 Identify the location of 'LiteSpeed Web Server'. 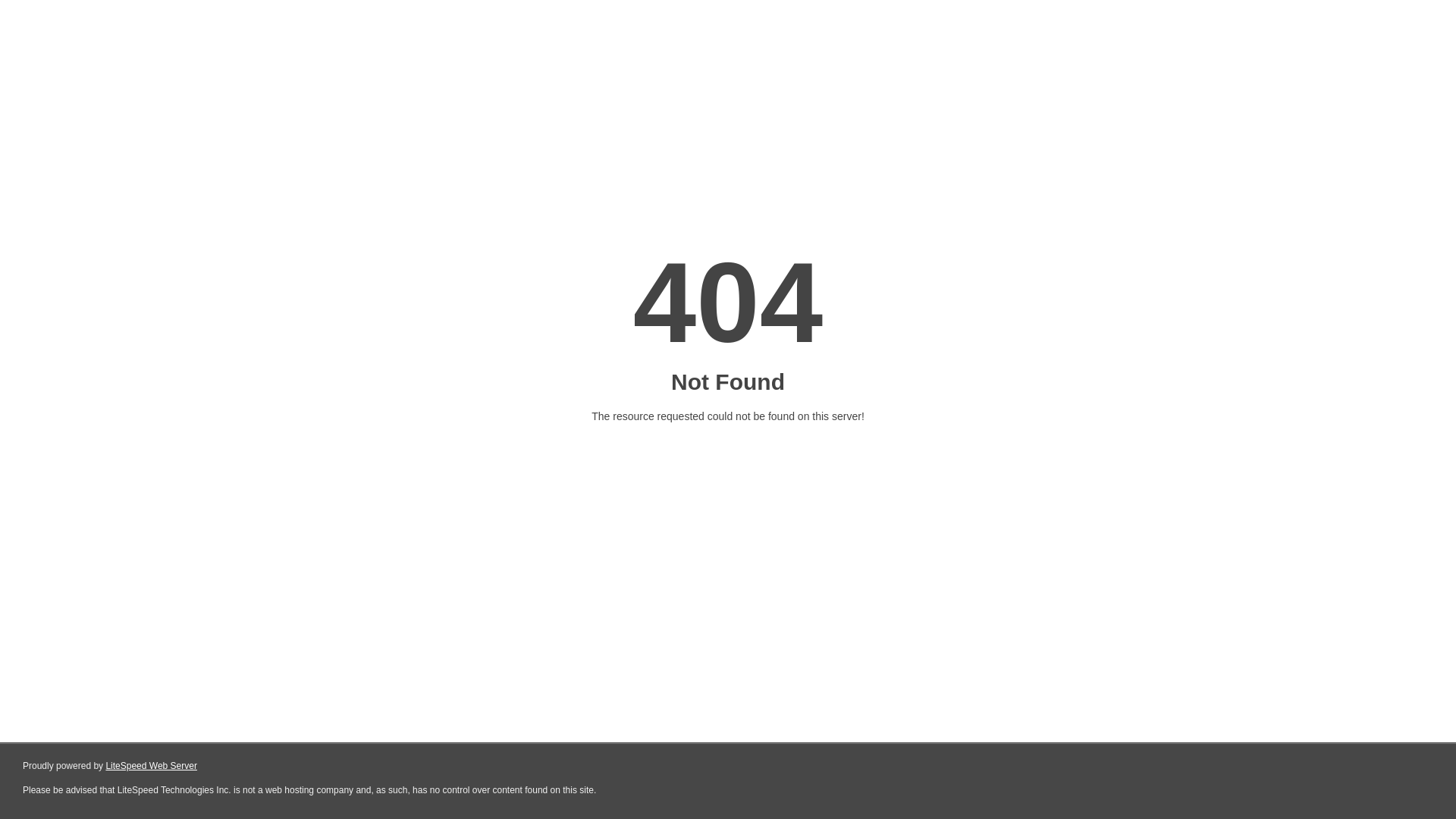
(151, 766).